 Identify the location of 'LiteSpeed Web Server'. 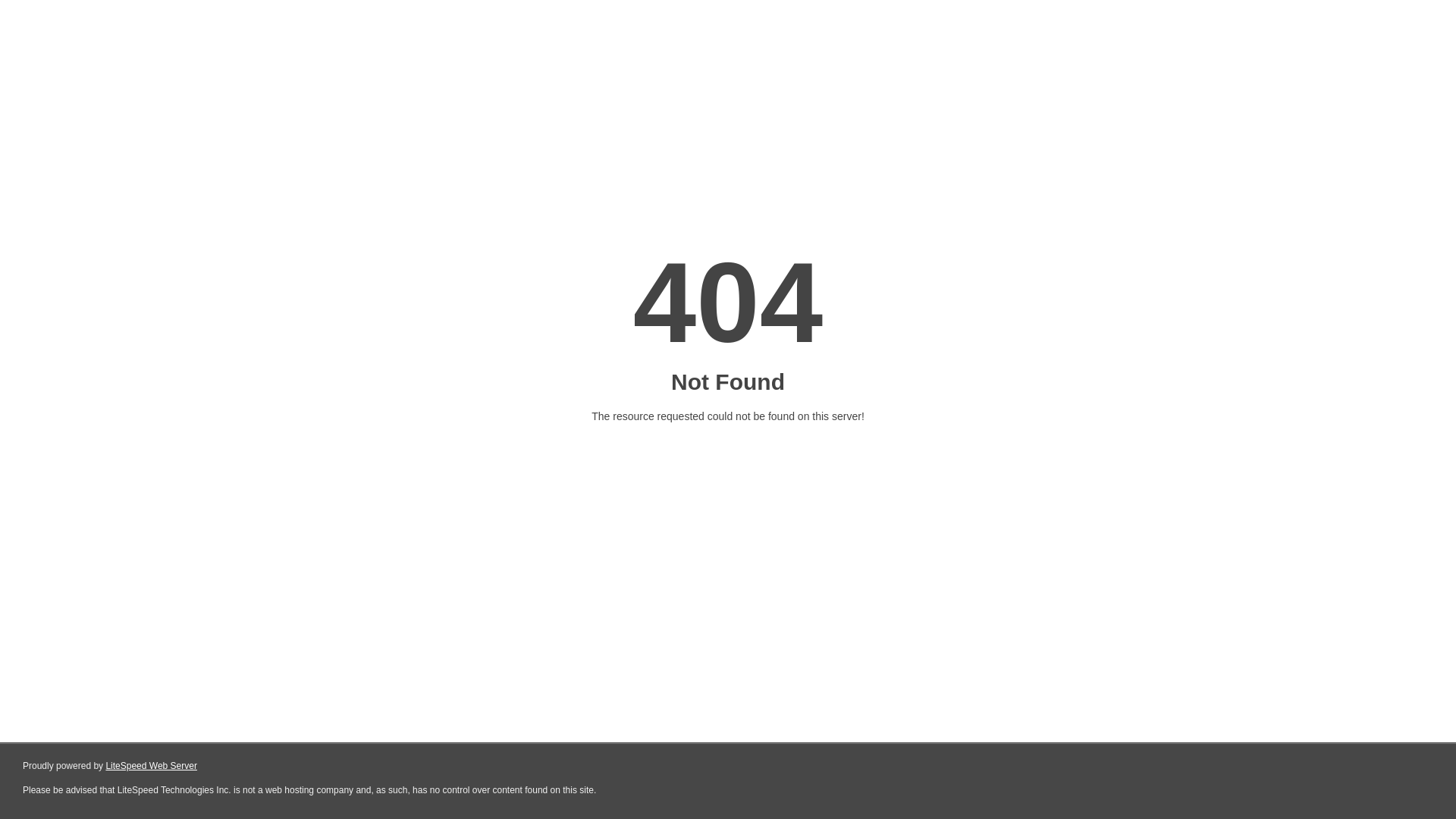
(151, 766).